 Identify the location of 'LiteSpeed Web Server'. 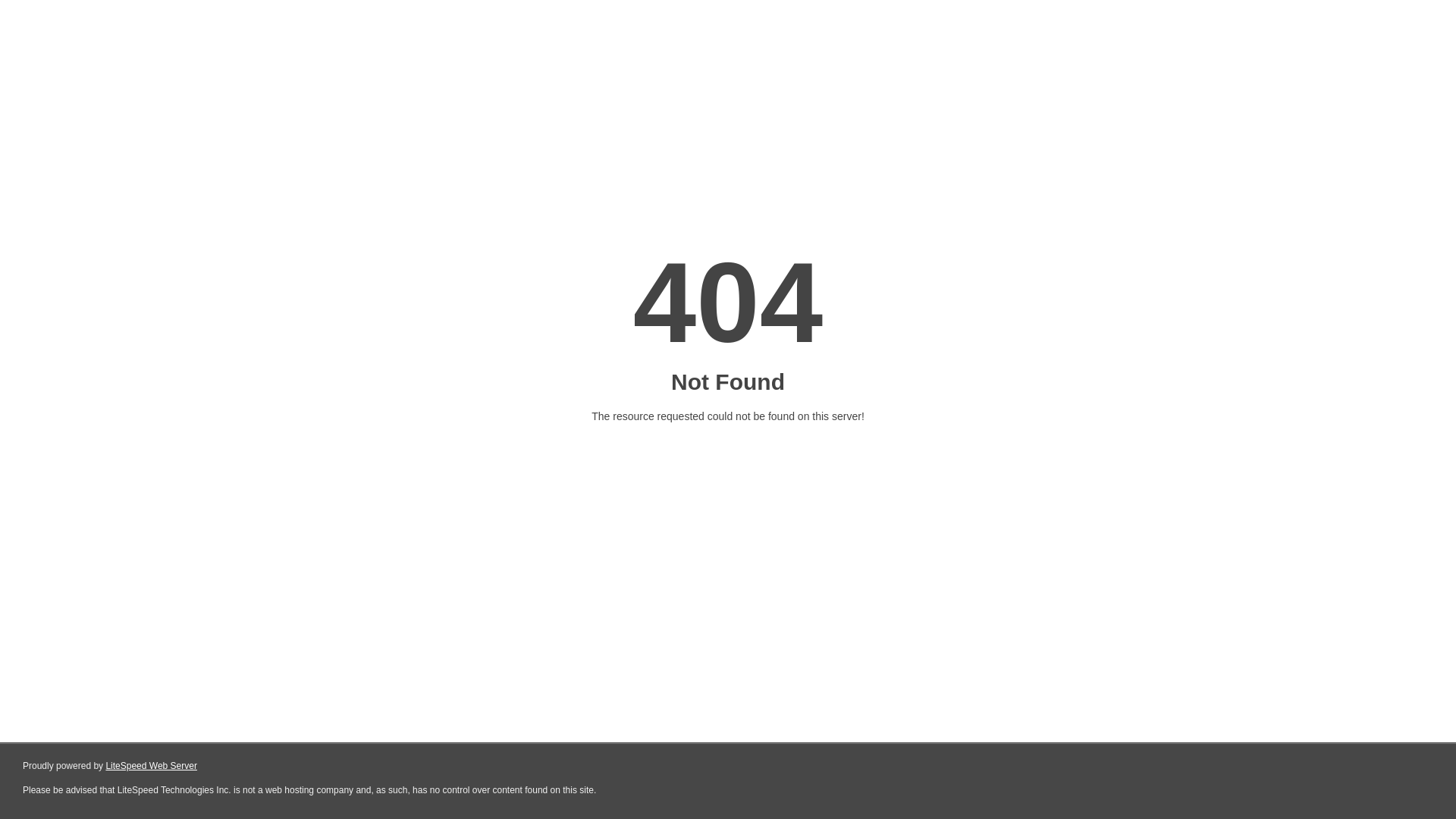
(151, 766).